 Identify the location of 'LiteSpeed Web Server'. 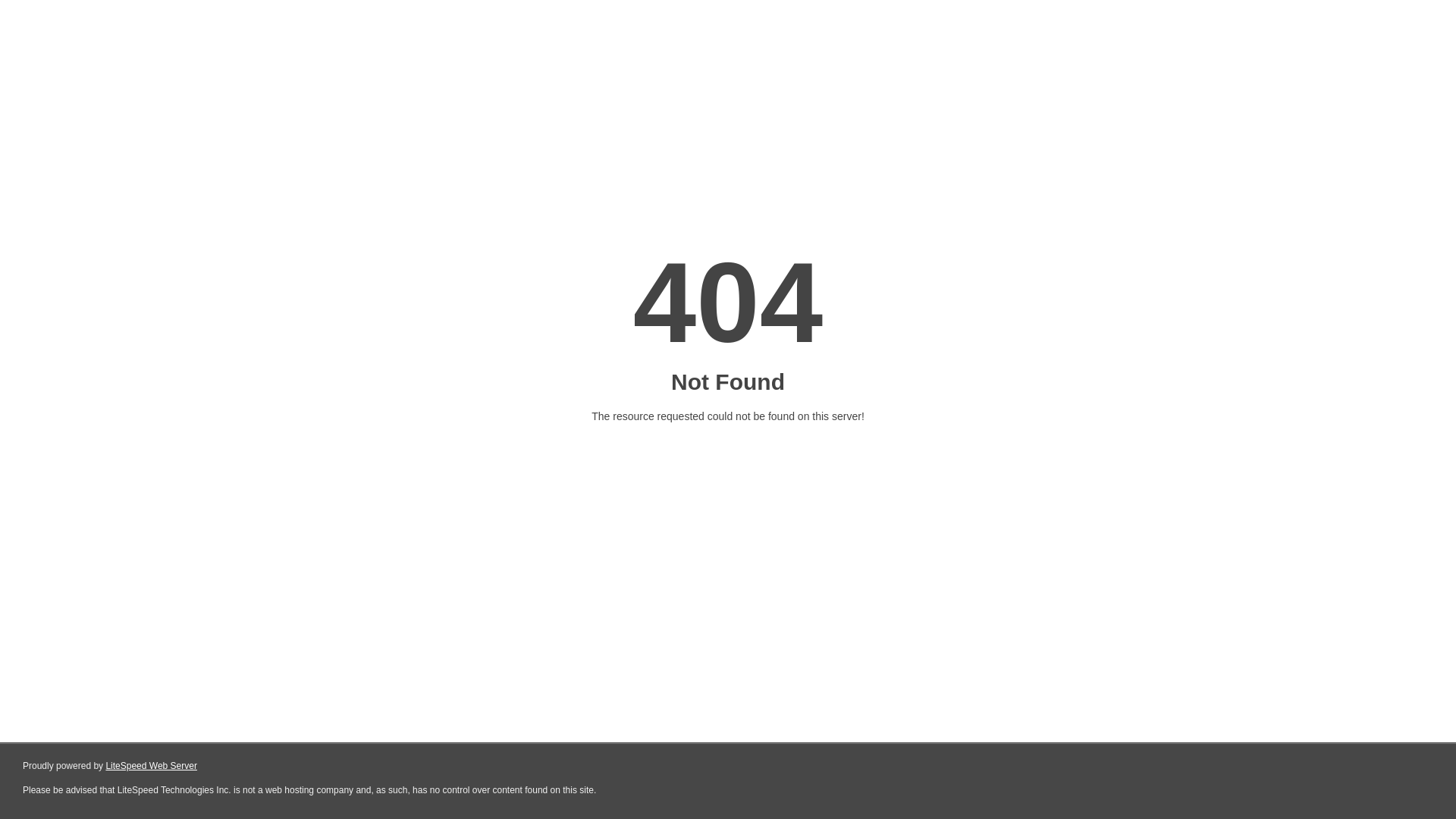
(151, 766).